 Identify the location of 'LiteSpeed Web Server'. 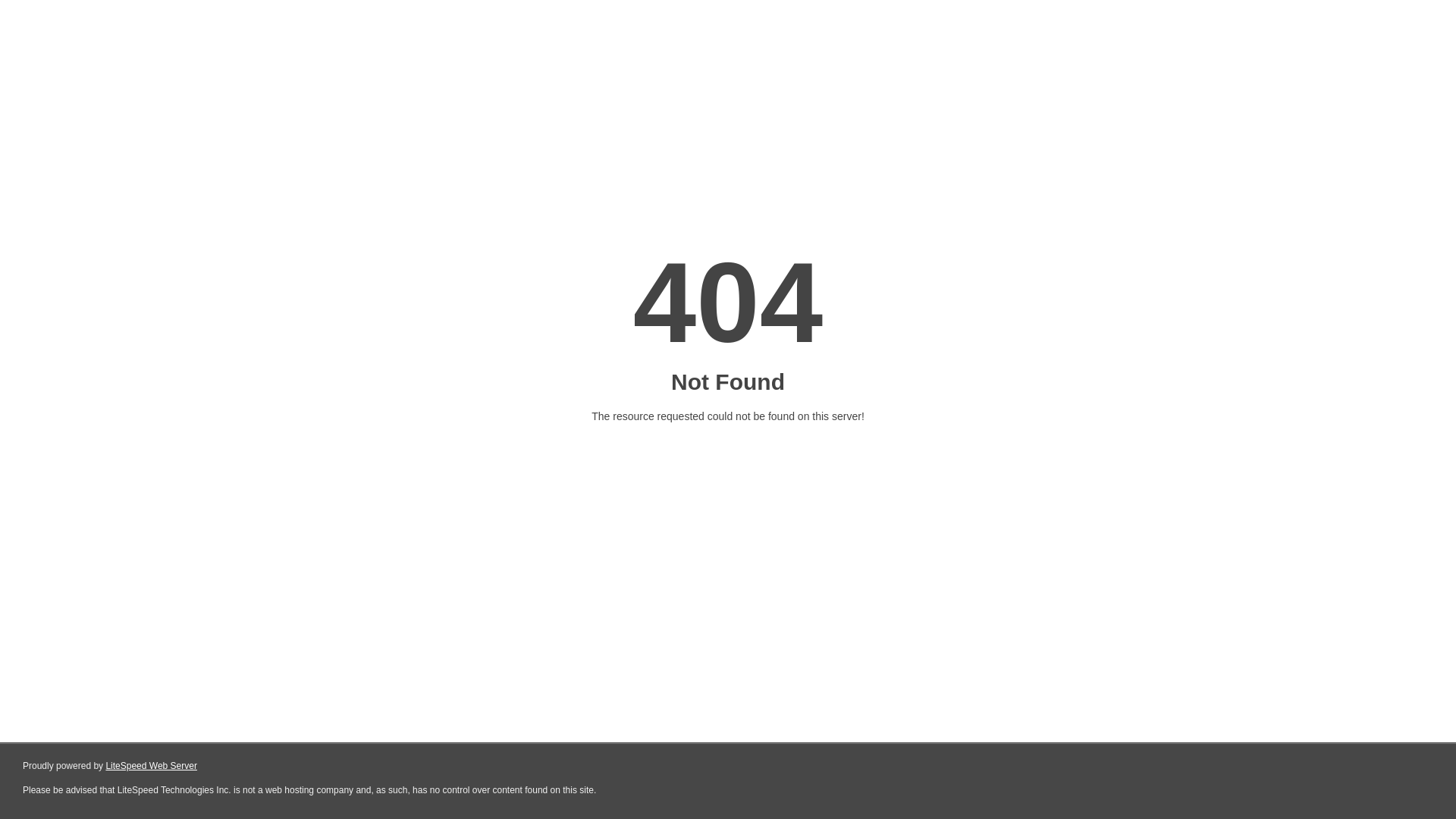
(151, 766).